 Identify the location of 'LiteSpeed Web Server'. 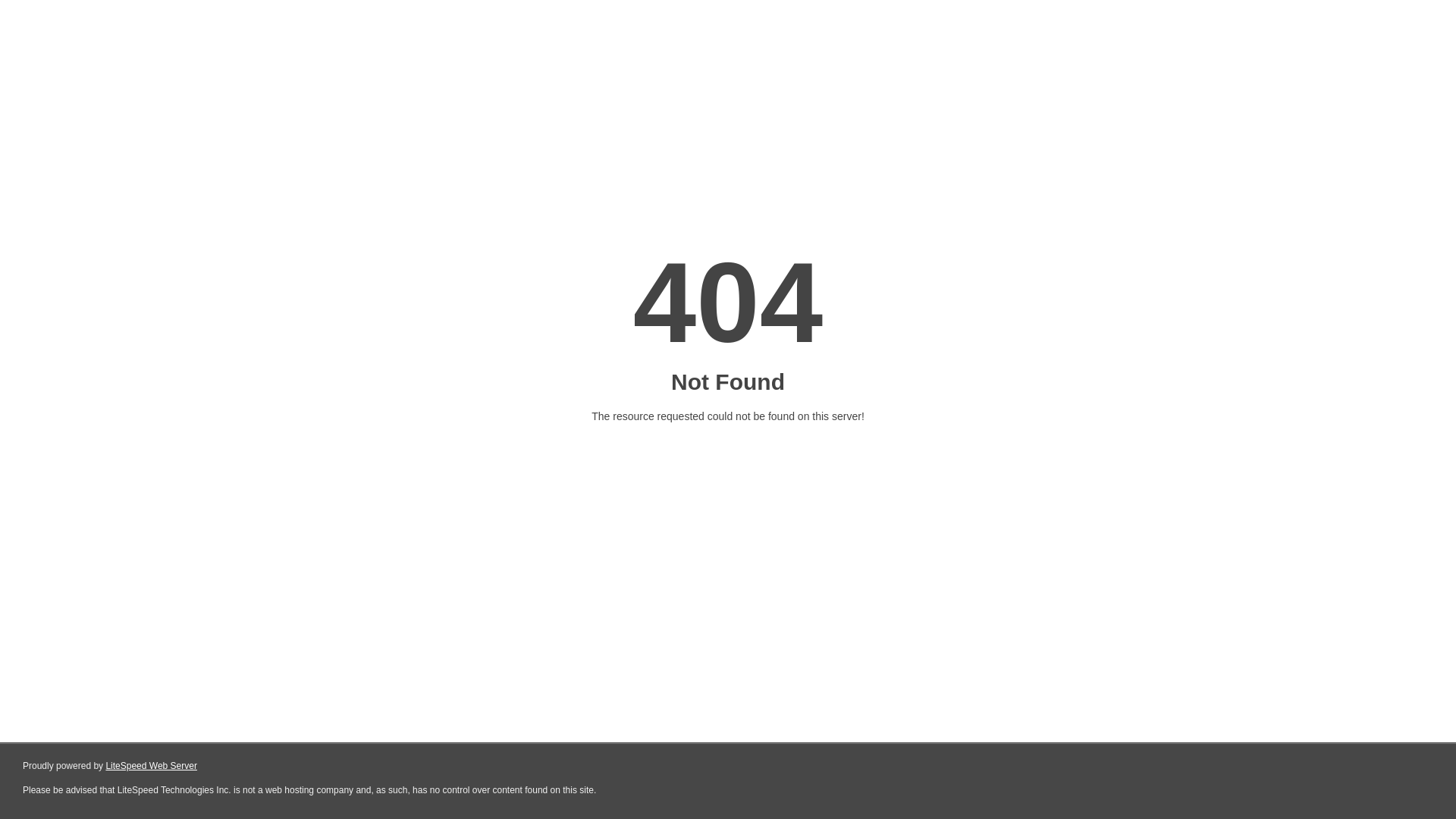
(151, 766).